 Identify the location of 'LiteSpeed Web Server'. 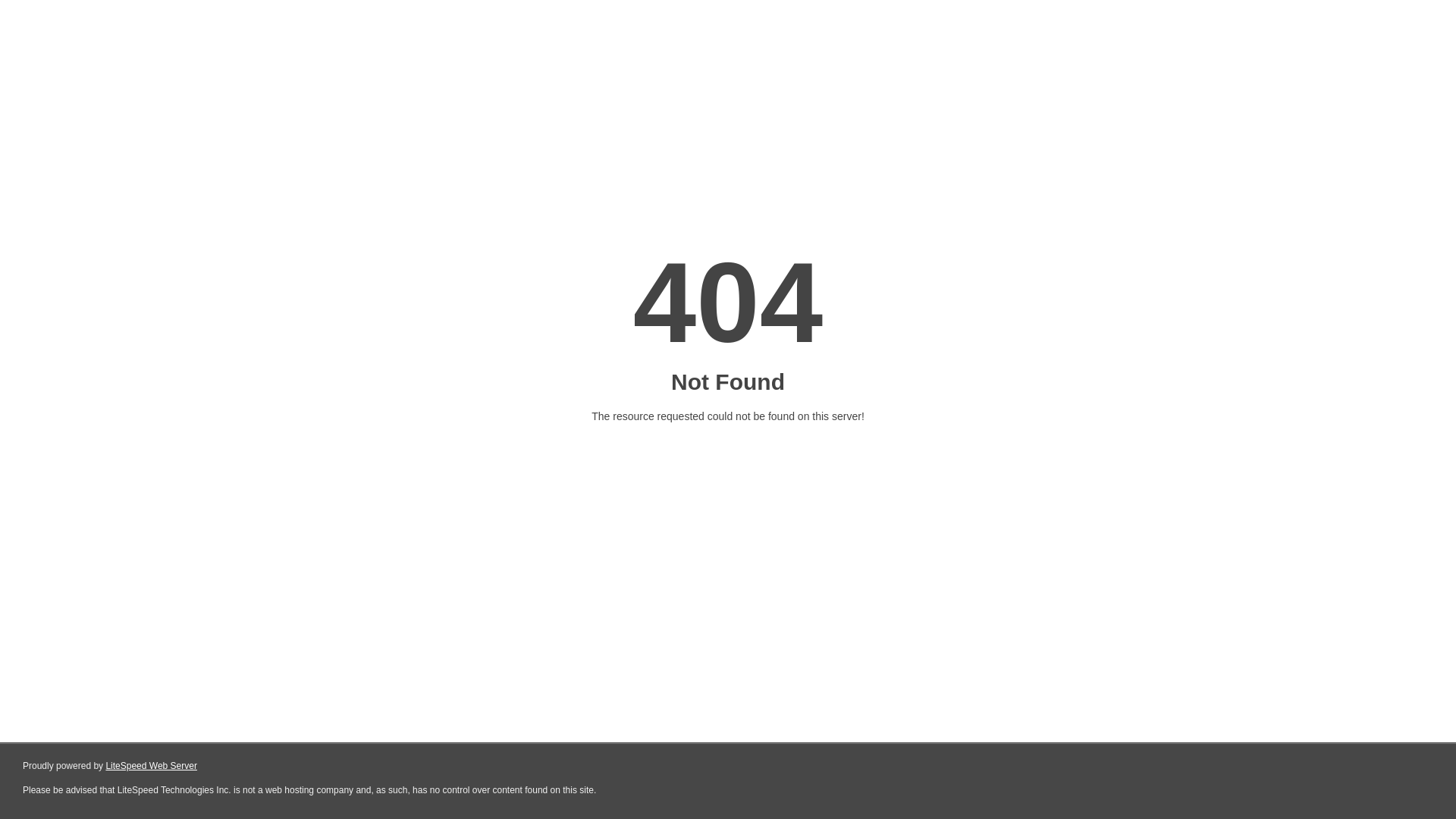
(151, 766).